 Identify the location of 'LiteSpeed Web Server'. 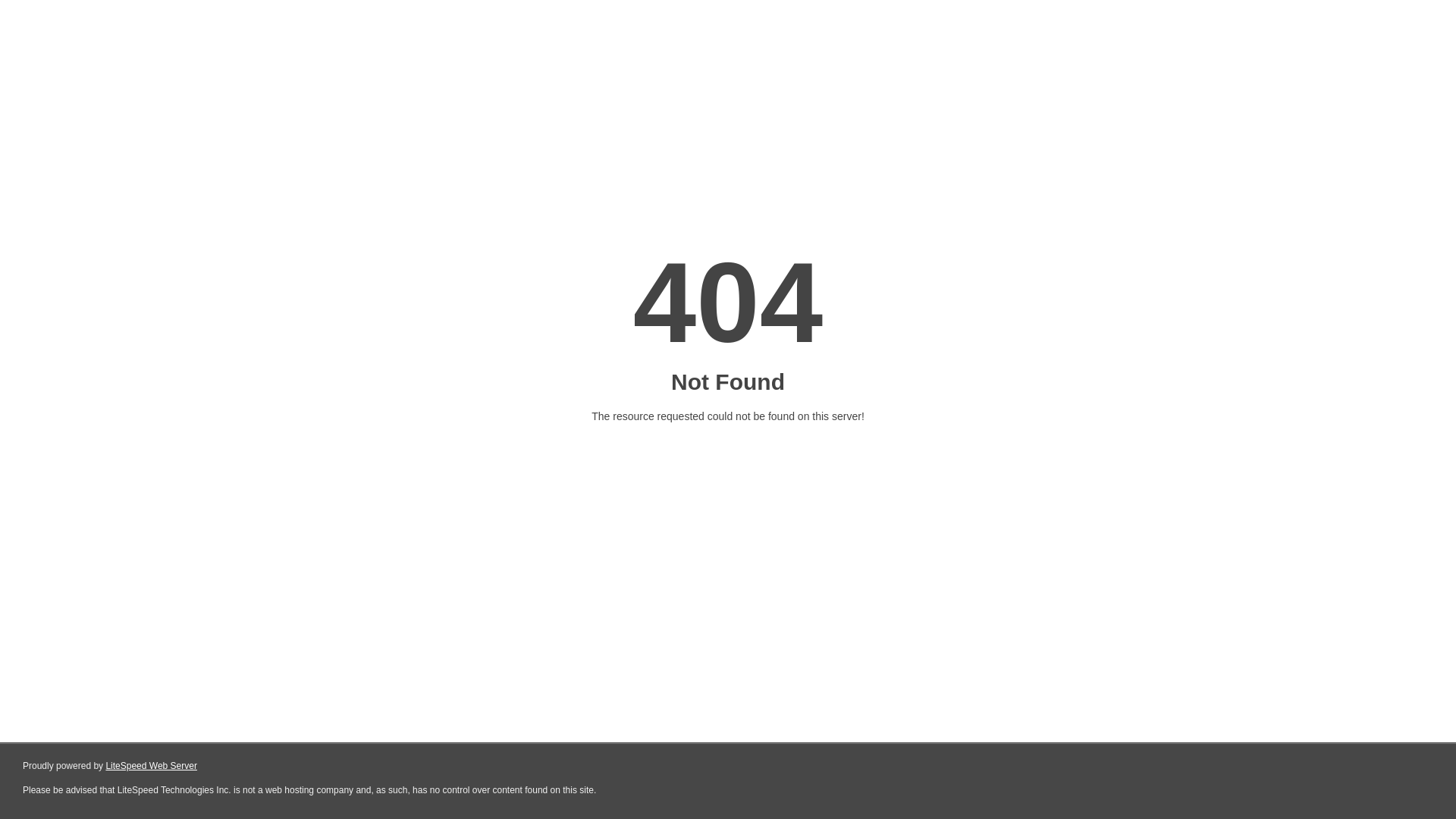
(151, 766).